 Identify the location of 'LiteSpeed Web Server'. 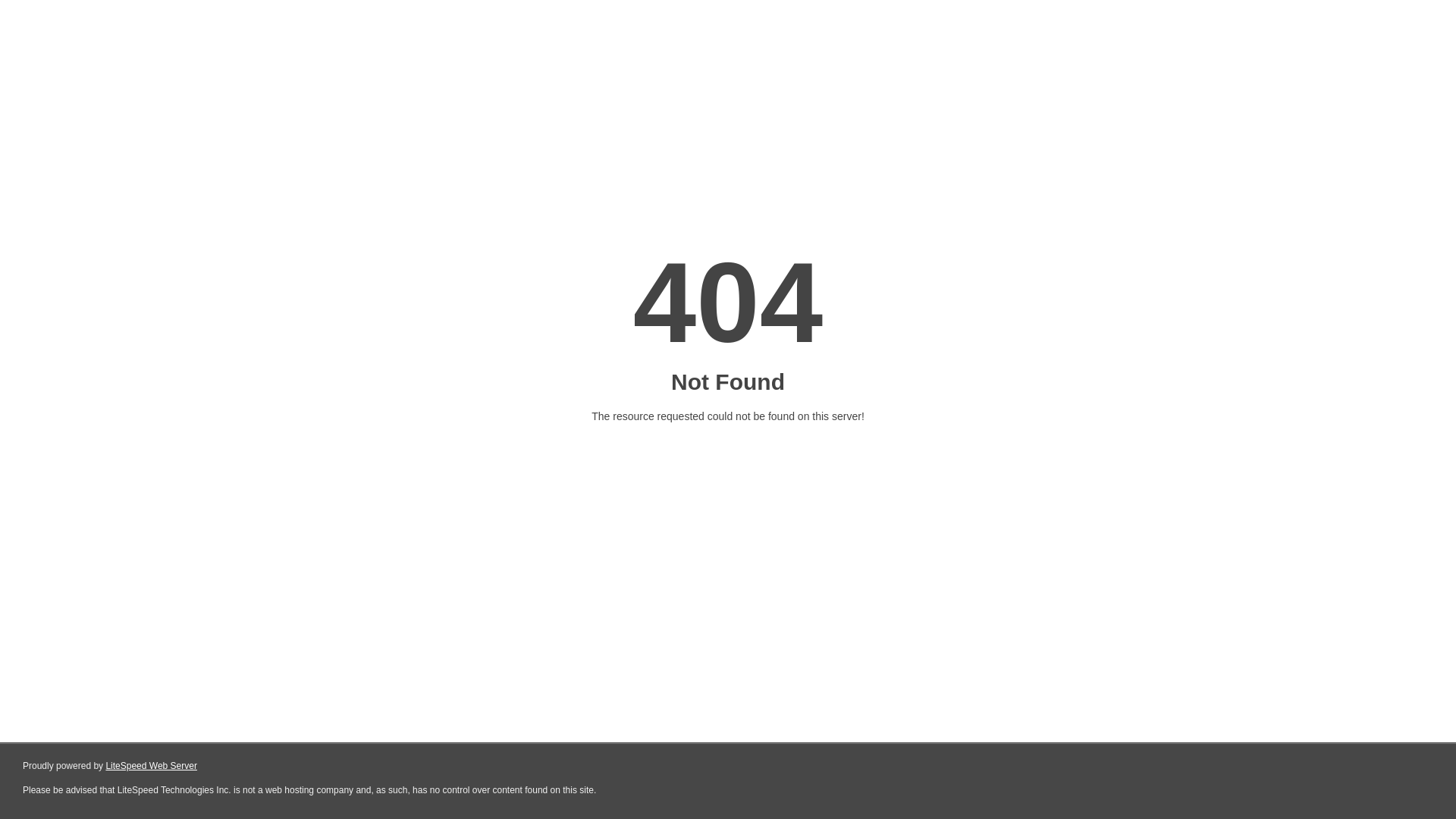
(151, 766).